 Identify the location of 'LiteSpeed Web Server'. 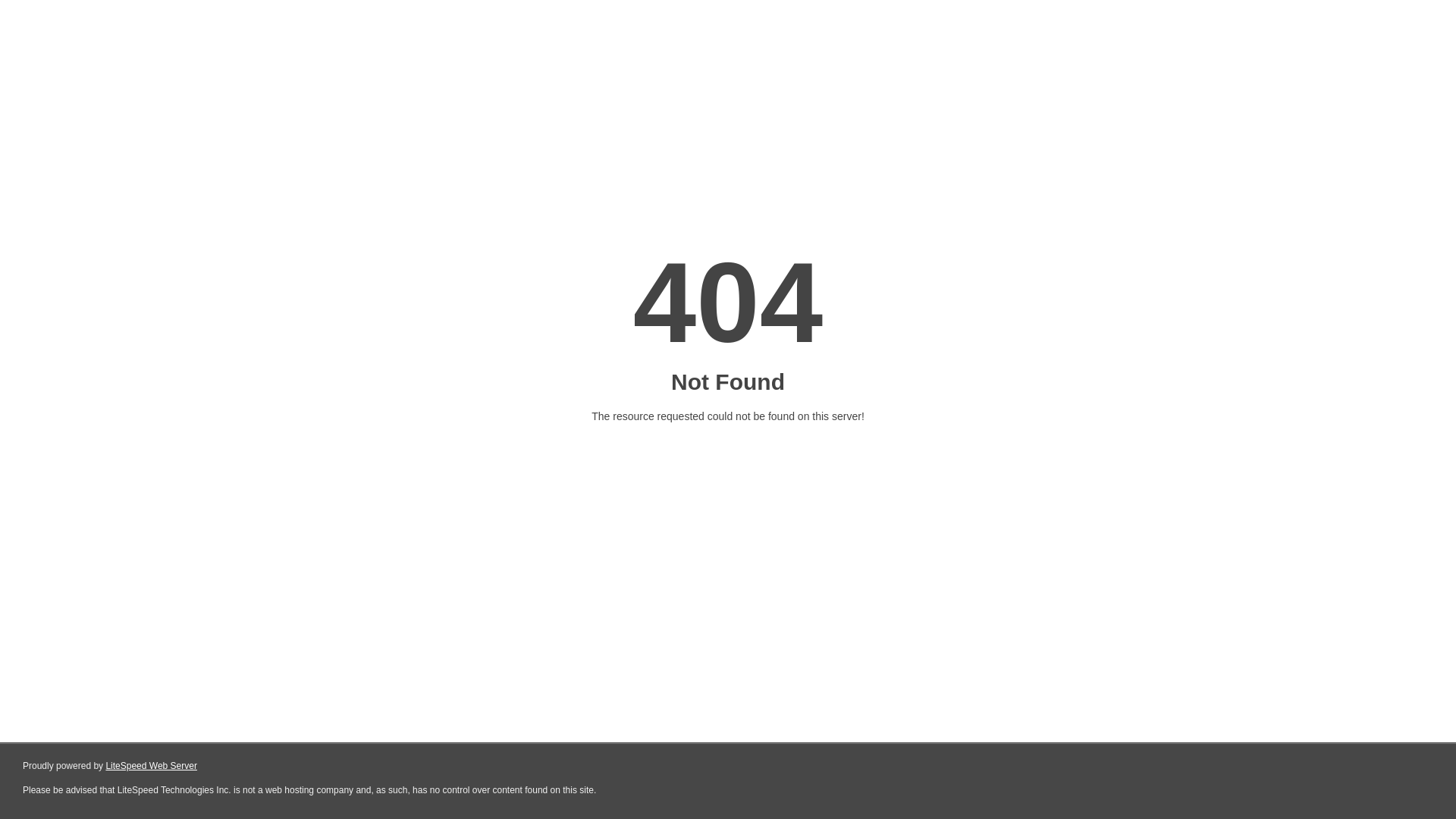
(151, 766).